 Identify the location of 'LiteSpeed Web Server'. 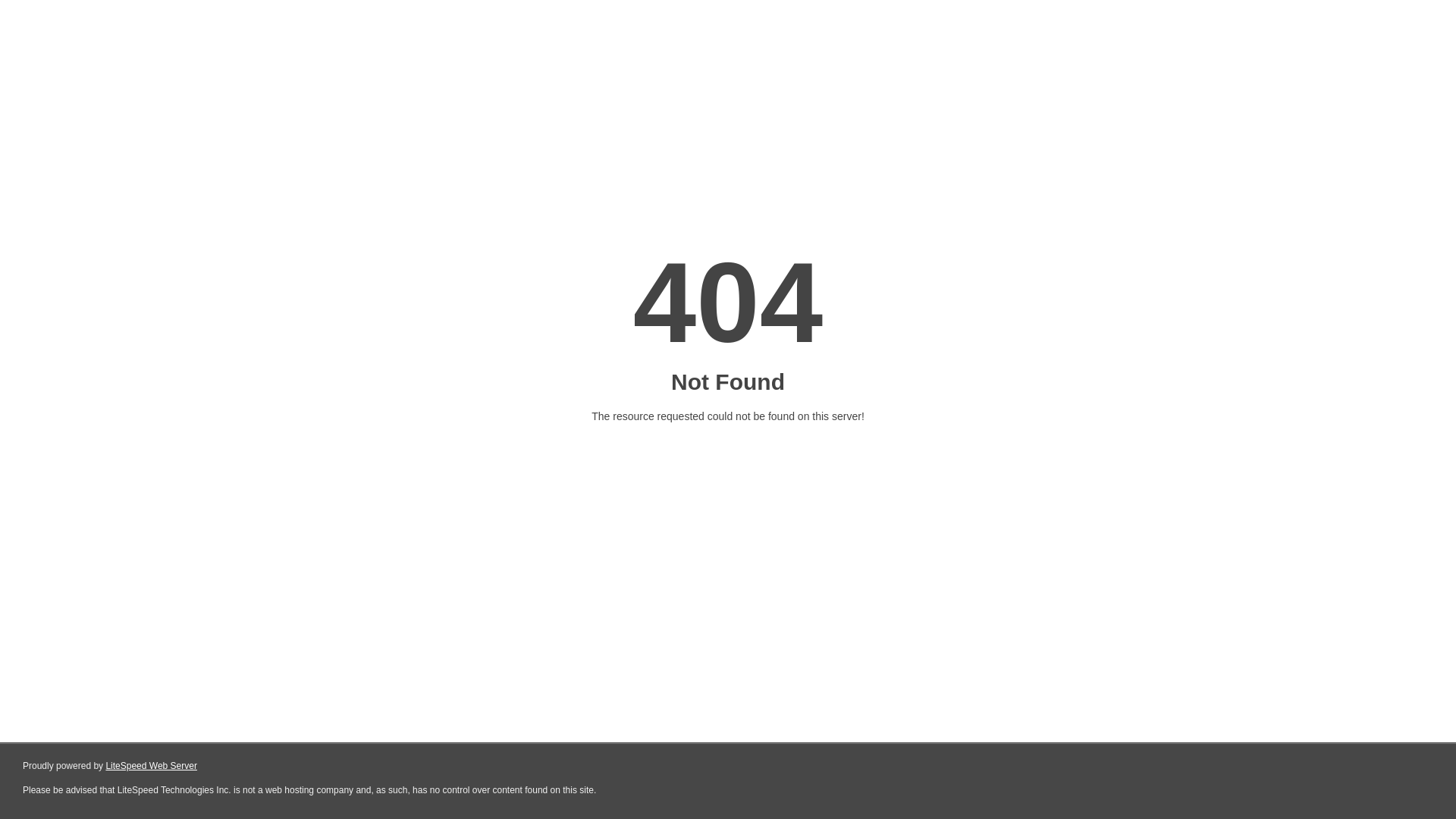
(151, 766).